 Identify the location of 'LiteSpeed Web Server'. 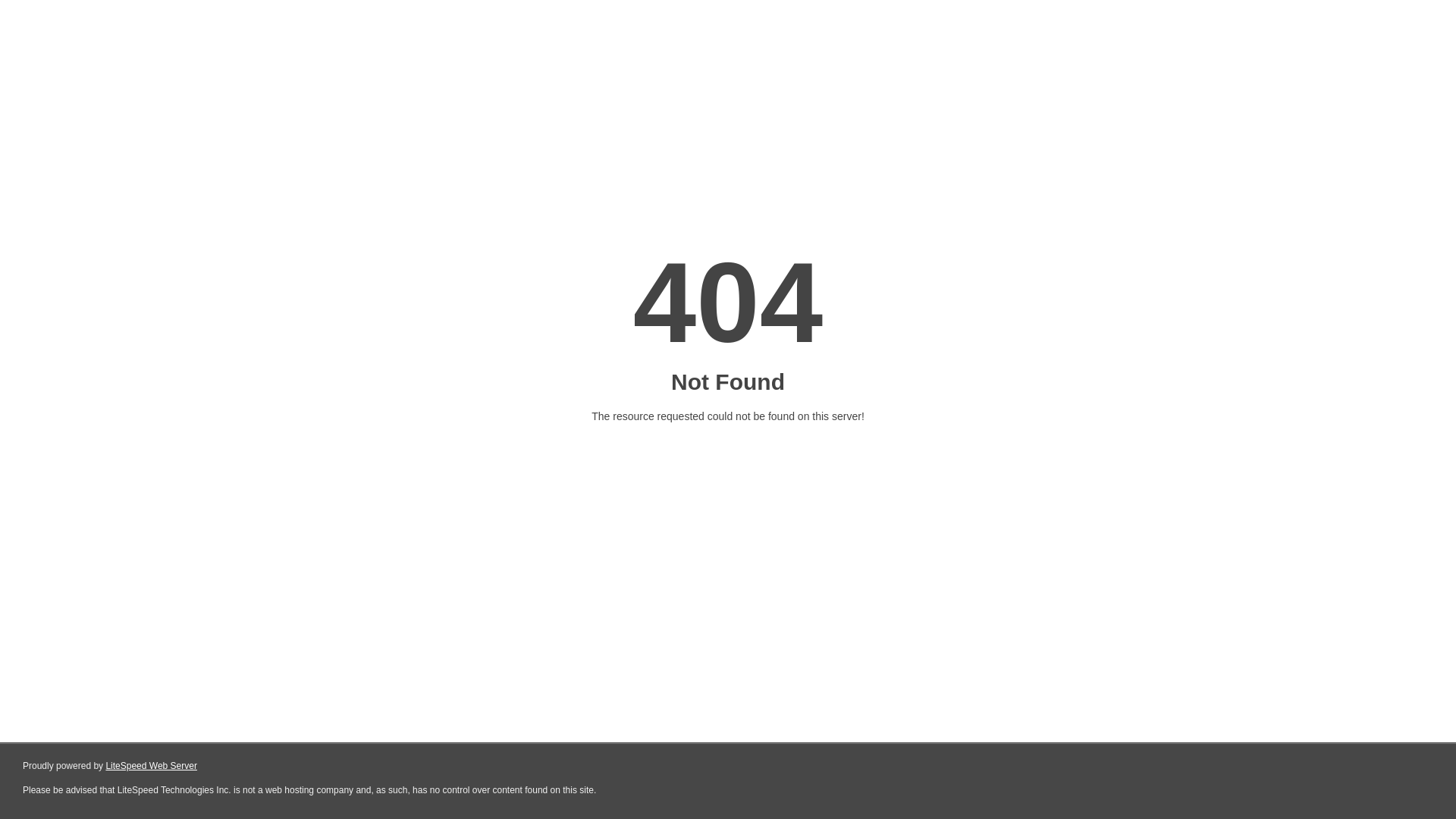
(151, 766).